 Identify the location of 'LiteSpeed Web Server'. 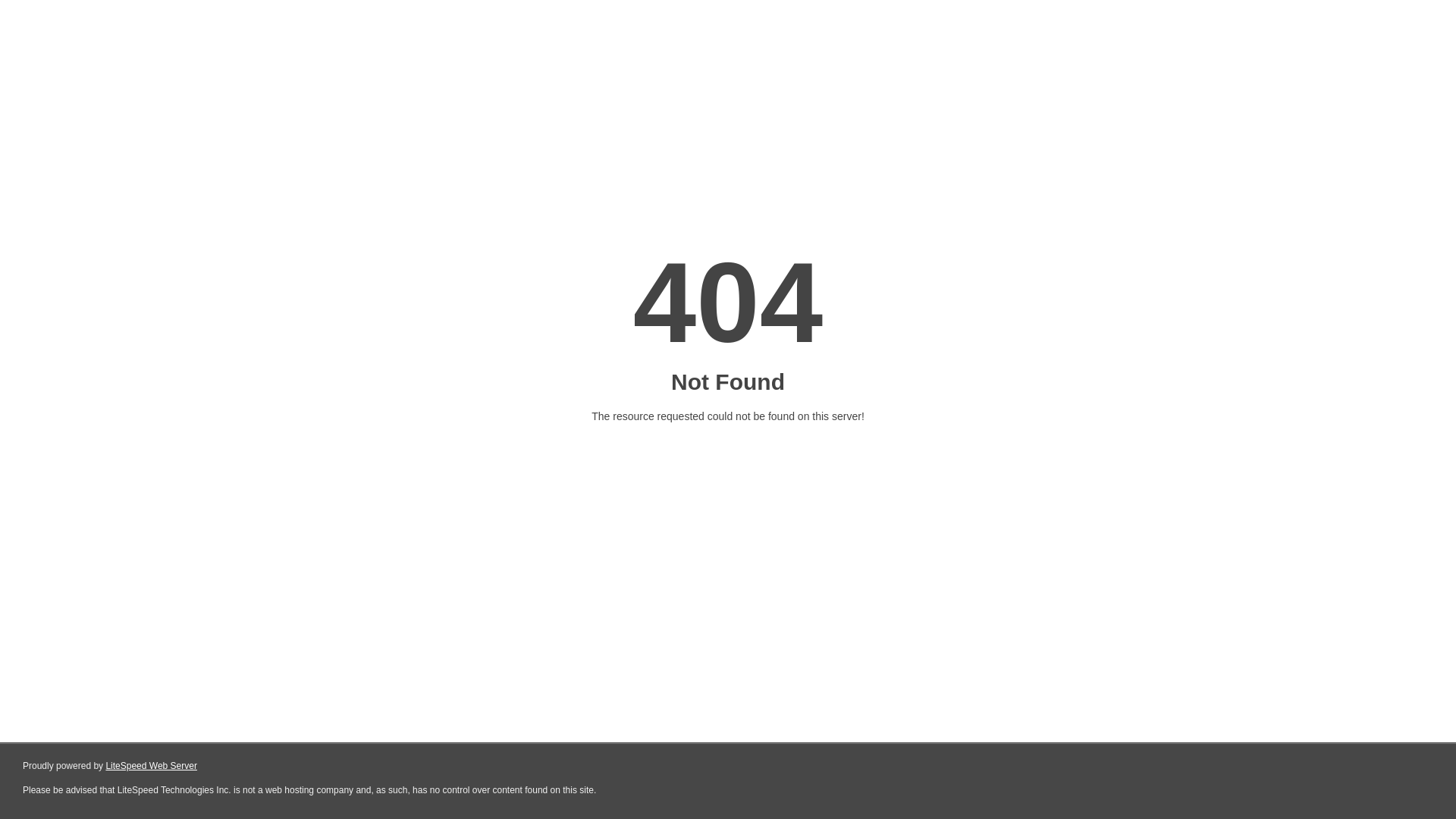
(151, 766).